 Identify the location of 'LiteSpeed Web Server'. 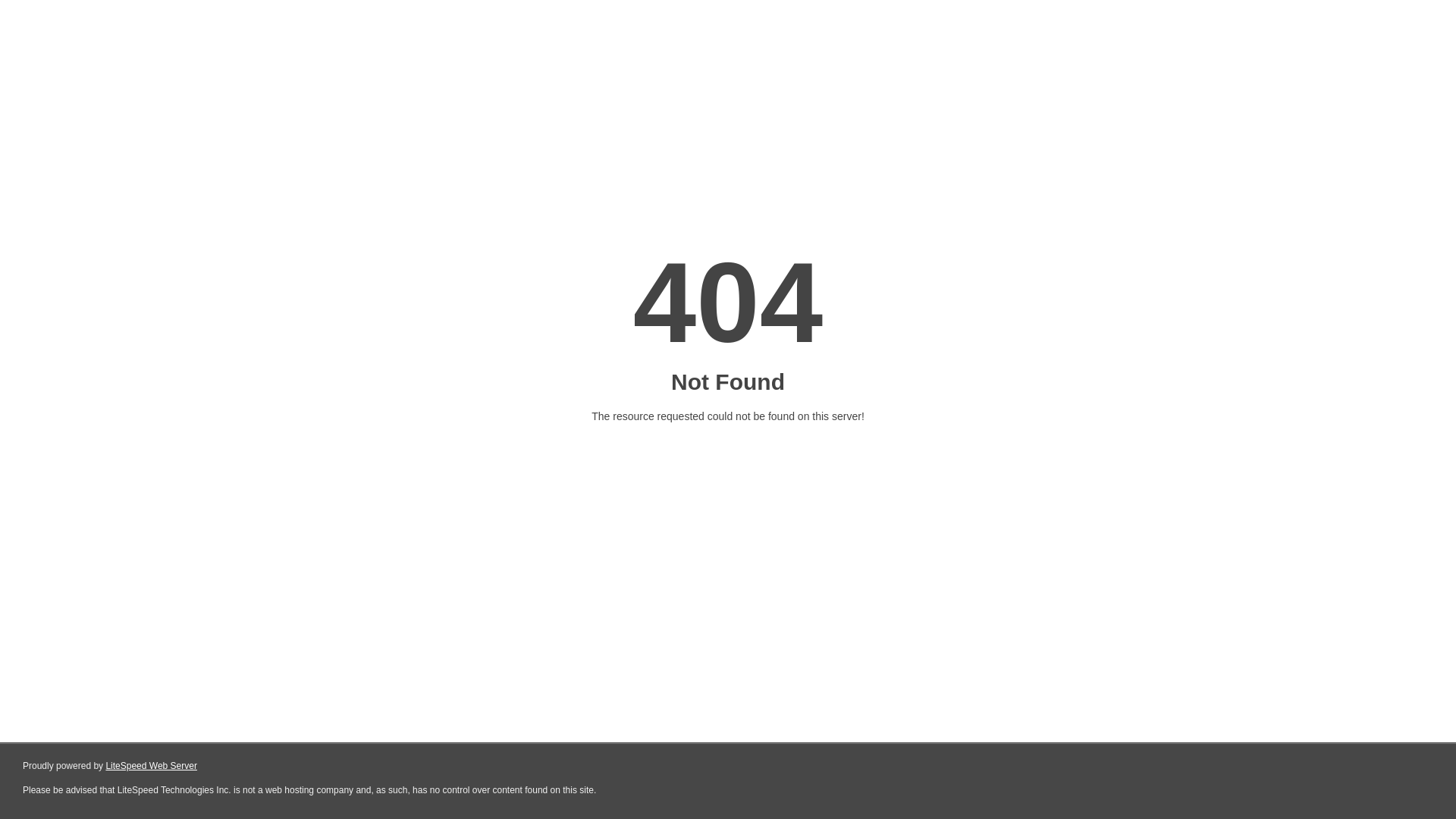
(151, 766).